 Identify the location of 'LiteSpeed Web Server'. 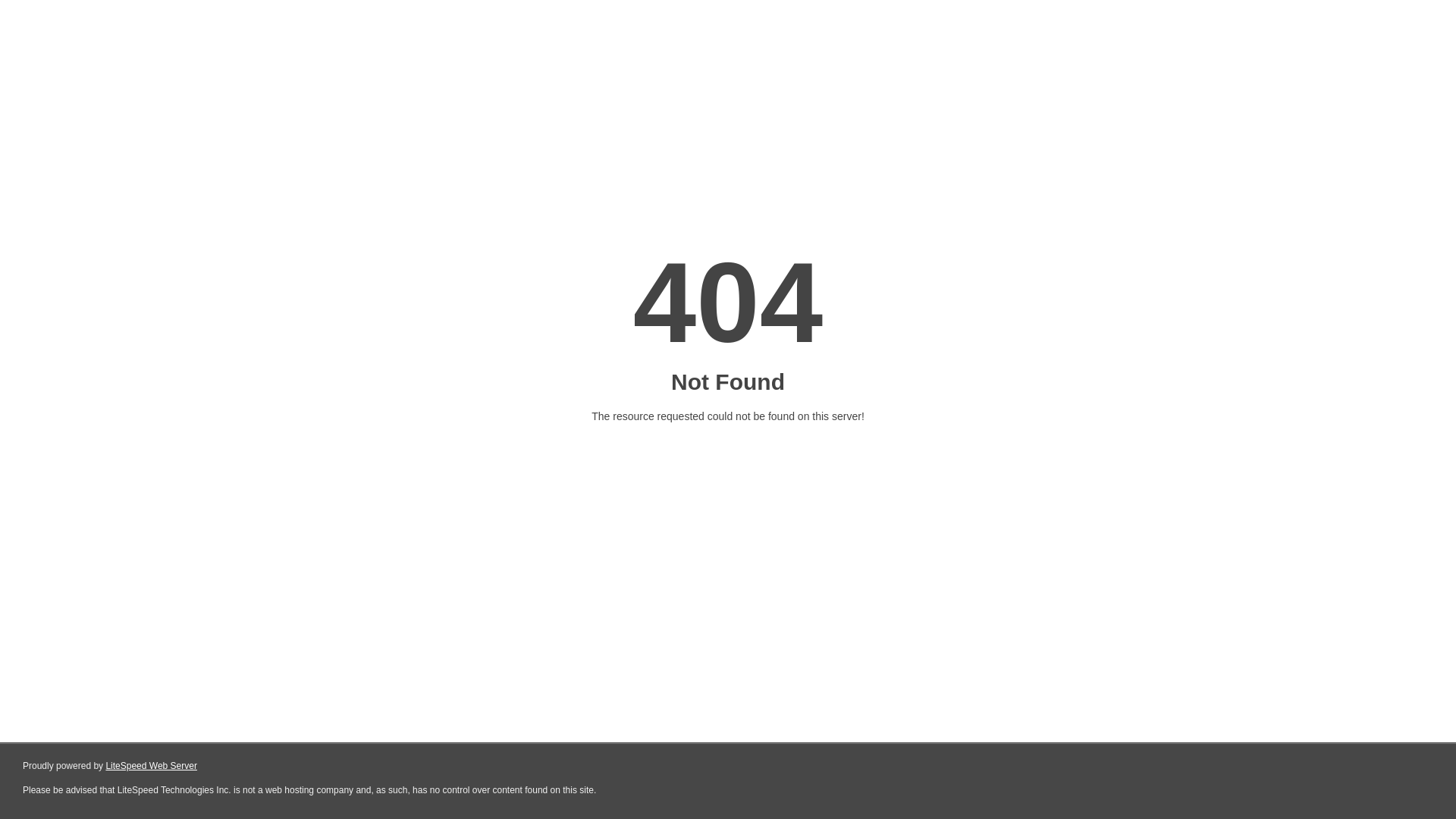
(151, 766).